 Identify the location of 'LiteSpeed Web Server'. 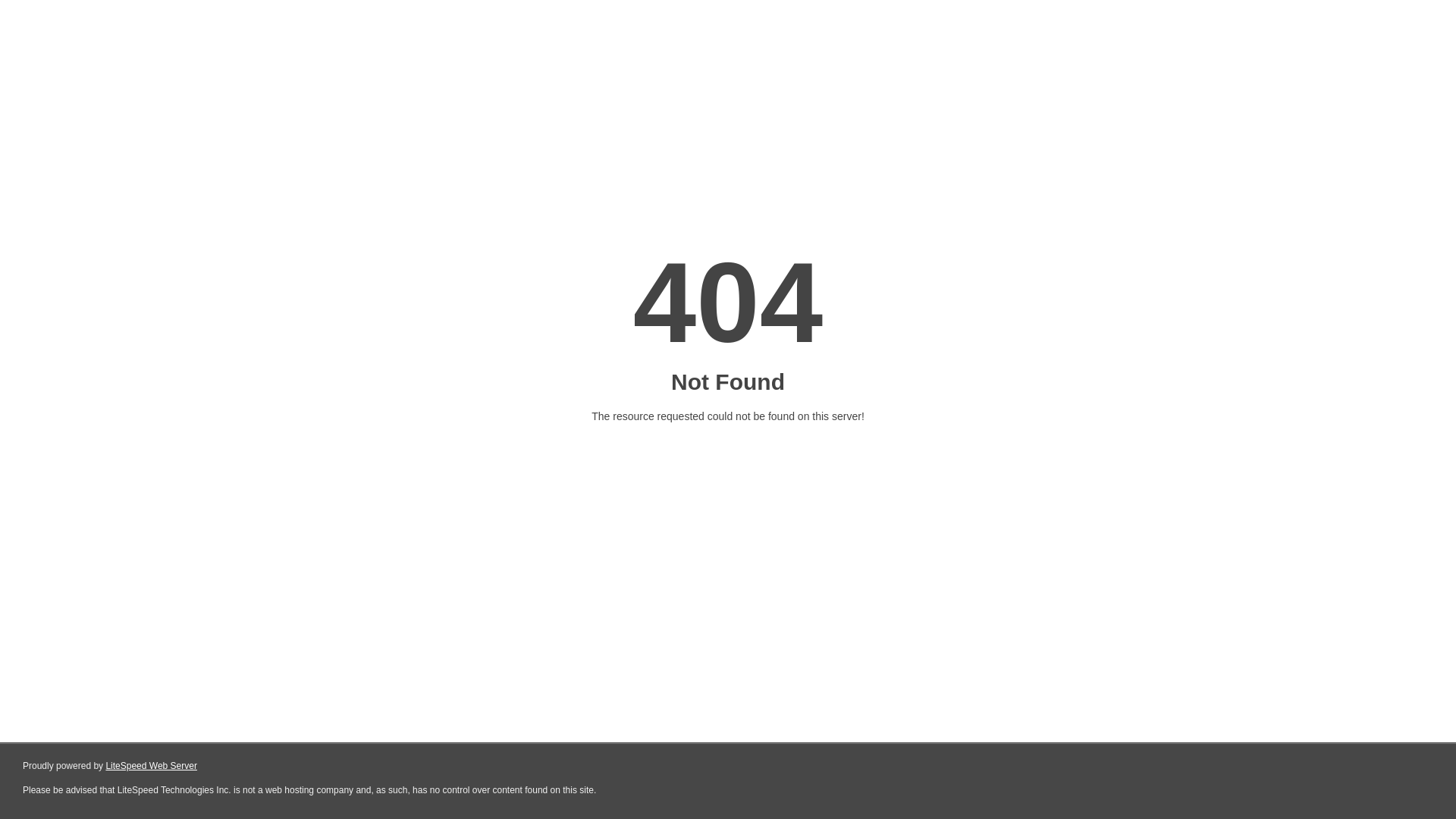
(151, 766).